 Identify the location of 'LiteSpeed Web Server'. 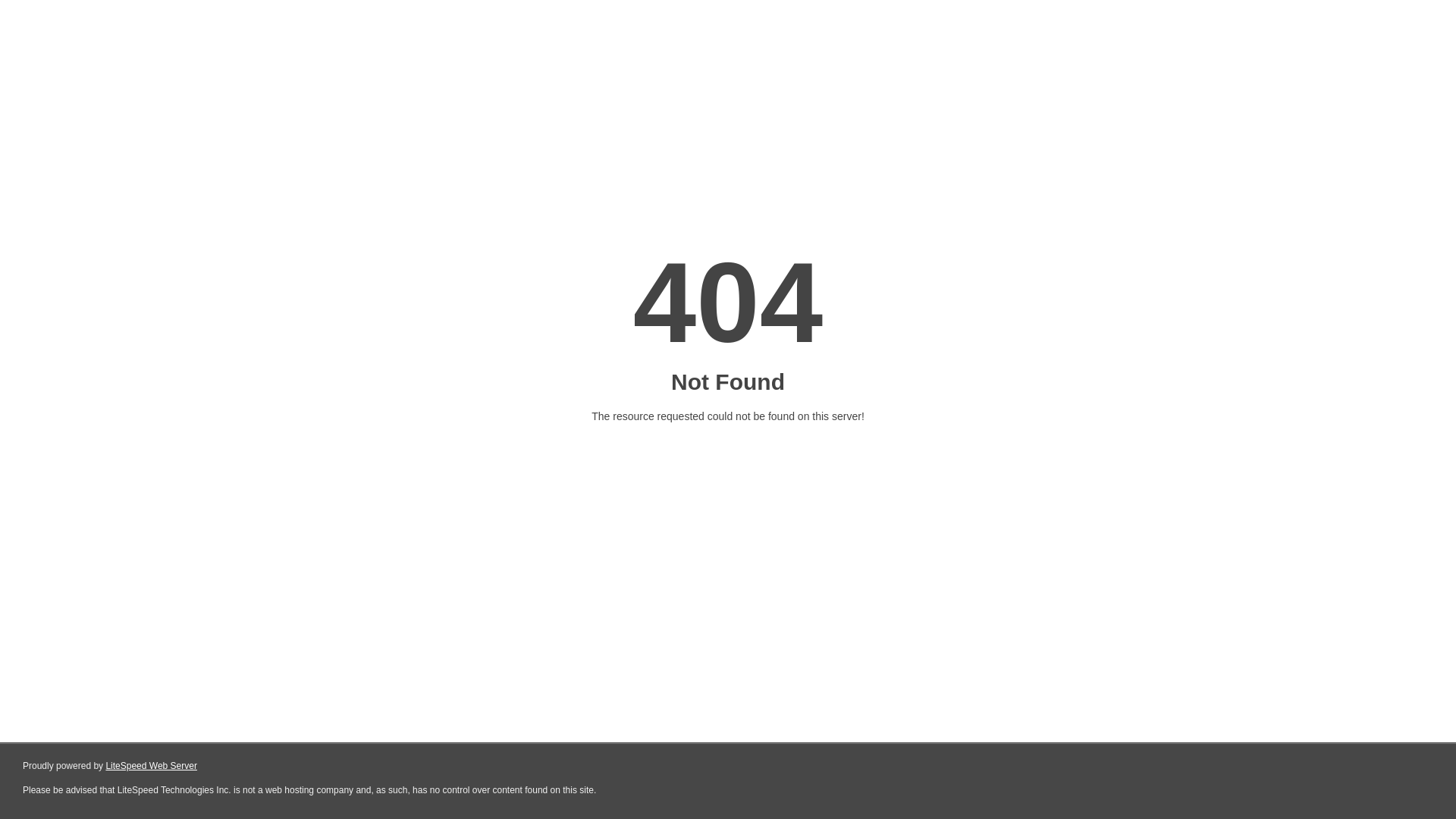
(151, 766).